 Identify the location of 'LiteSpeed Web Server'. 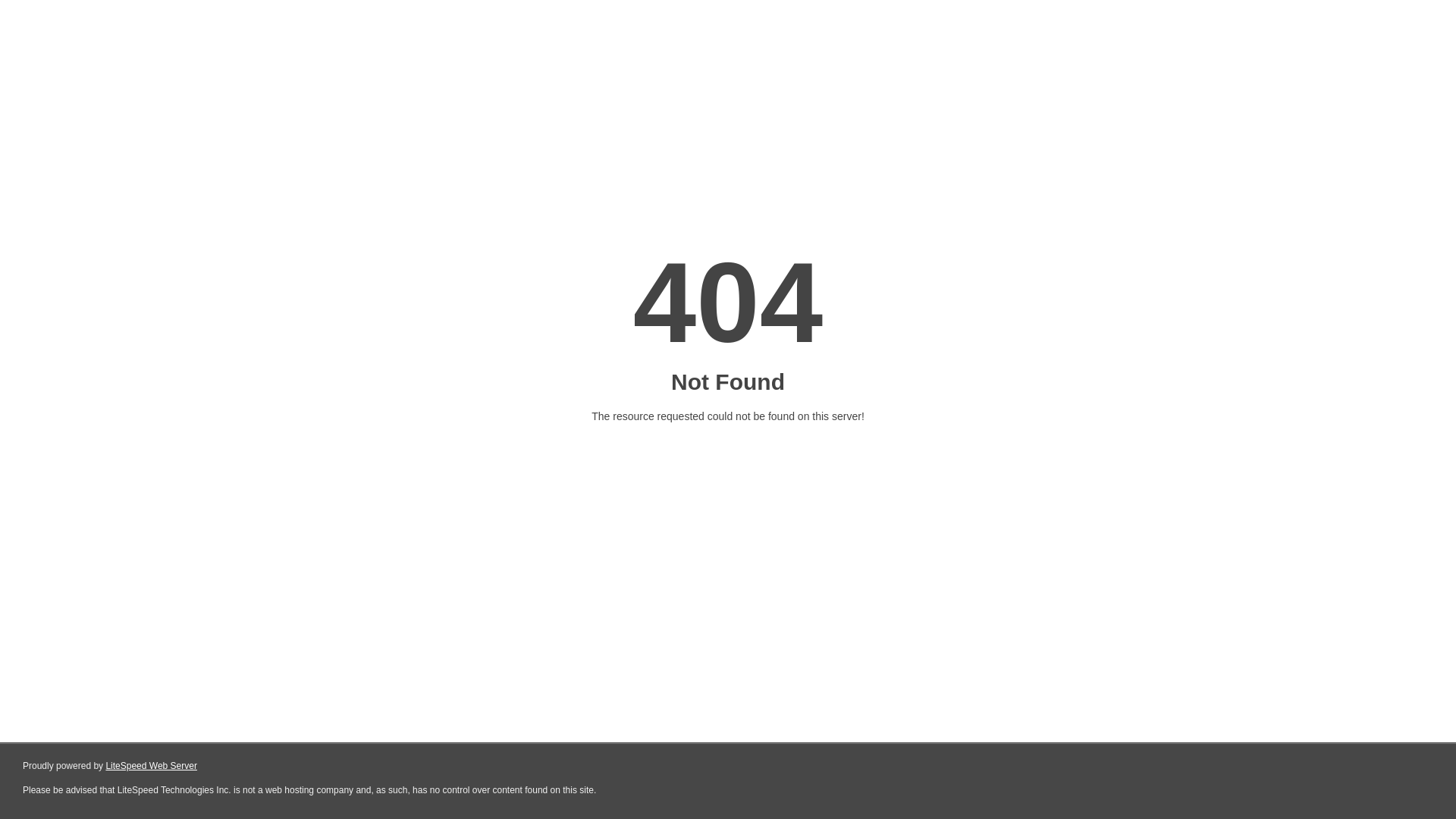
(151, 766).